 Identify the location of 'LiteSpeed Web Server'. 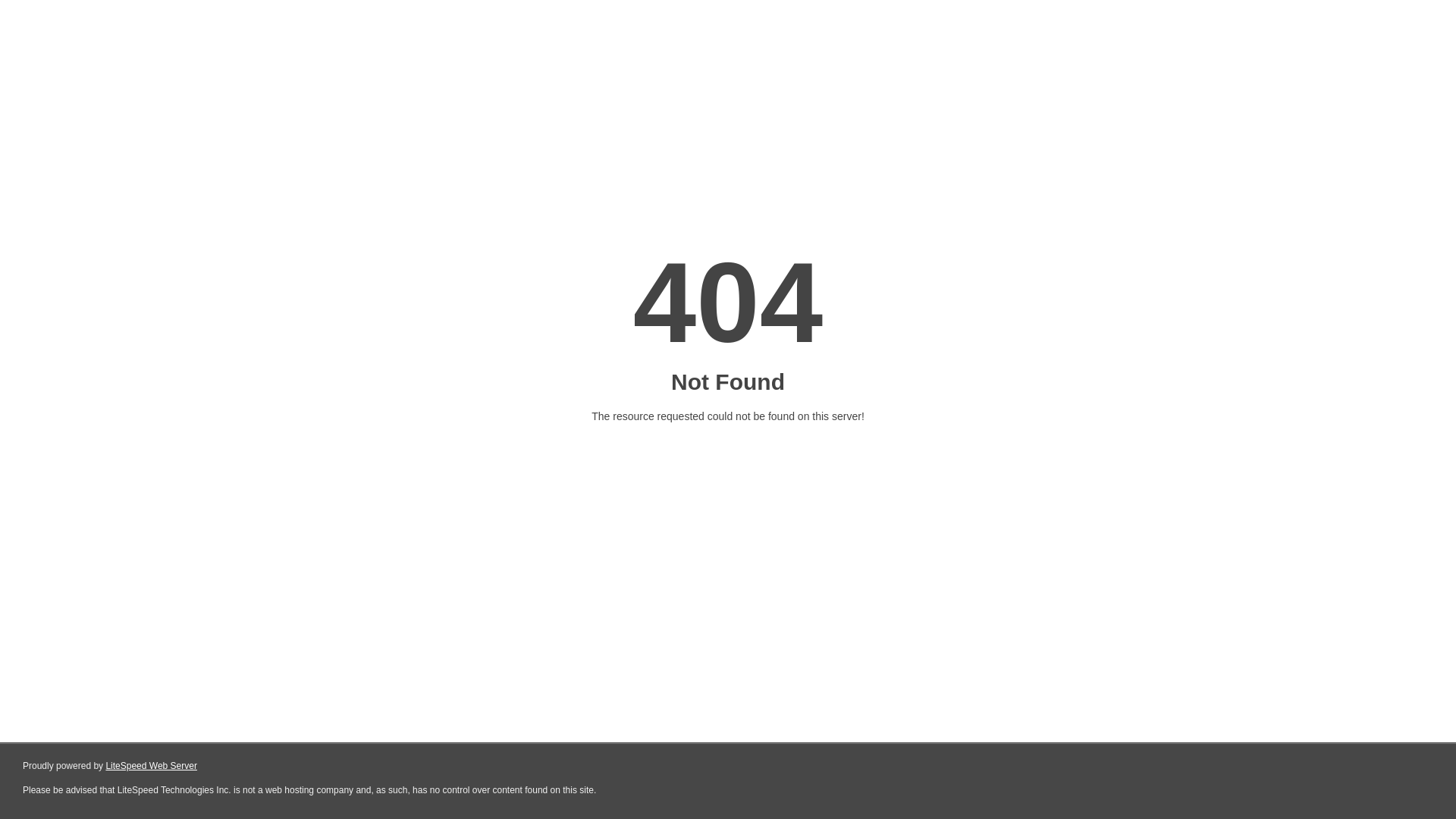
(151, 766).